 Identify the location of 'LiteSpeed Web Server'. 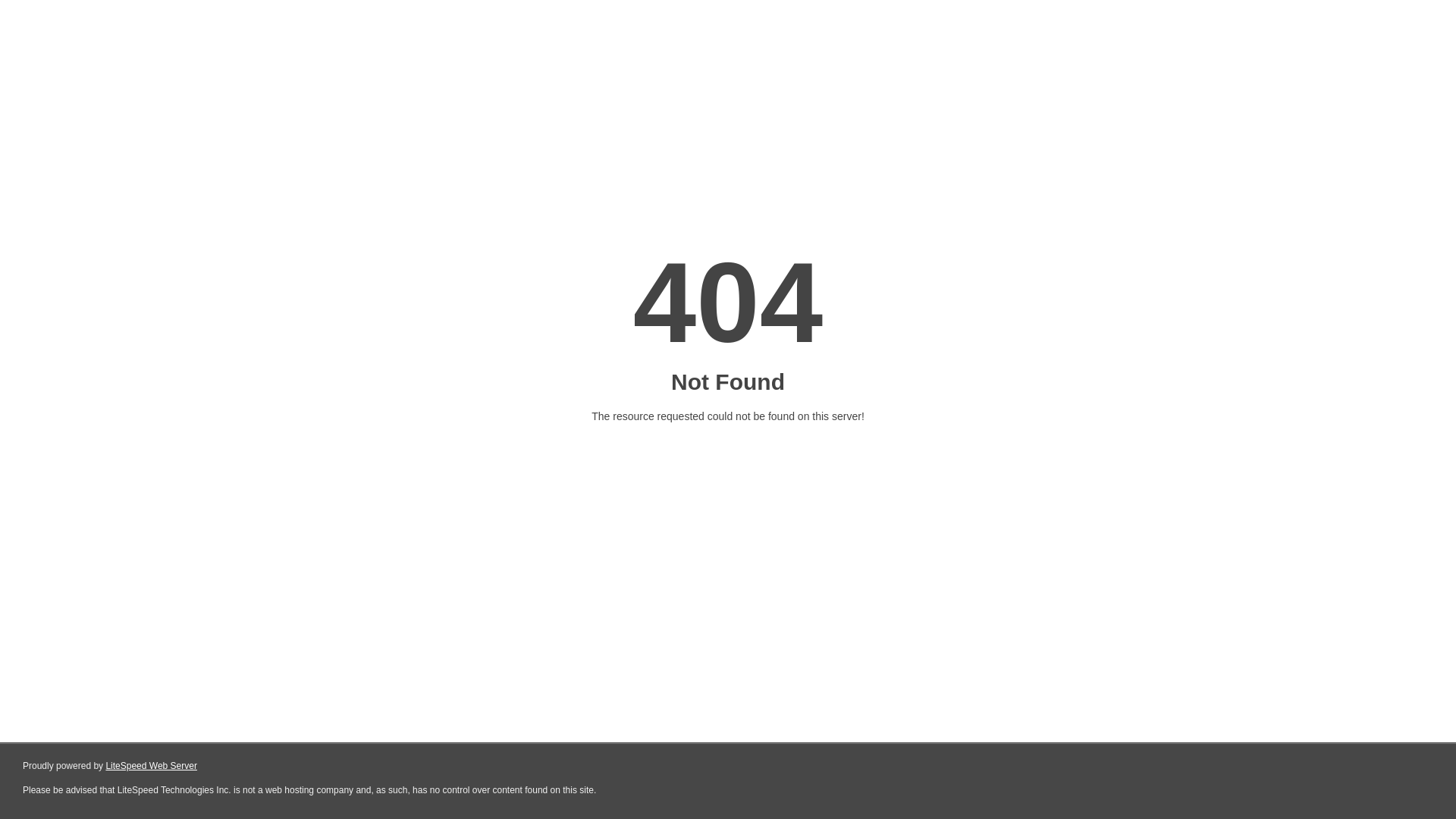
(151, 766).